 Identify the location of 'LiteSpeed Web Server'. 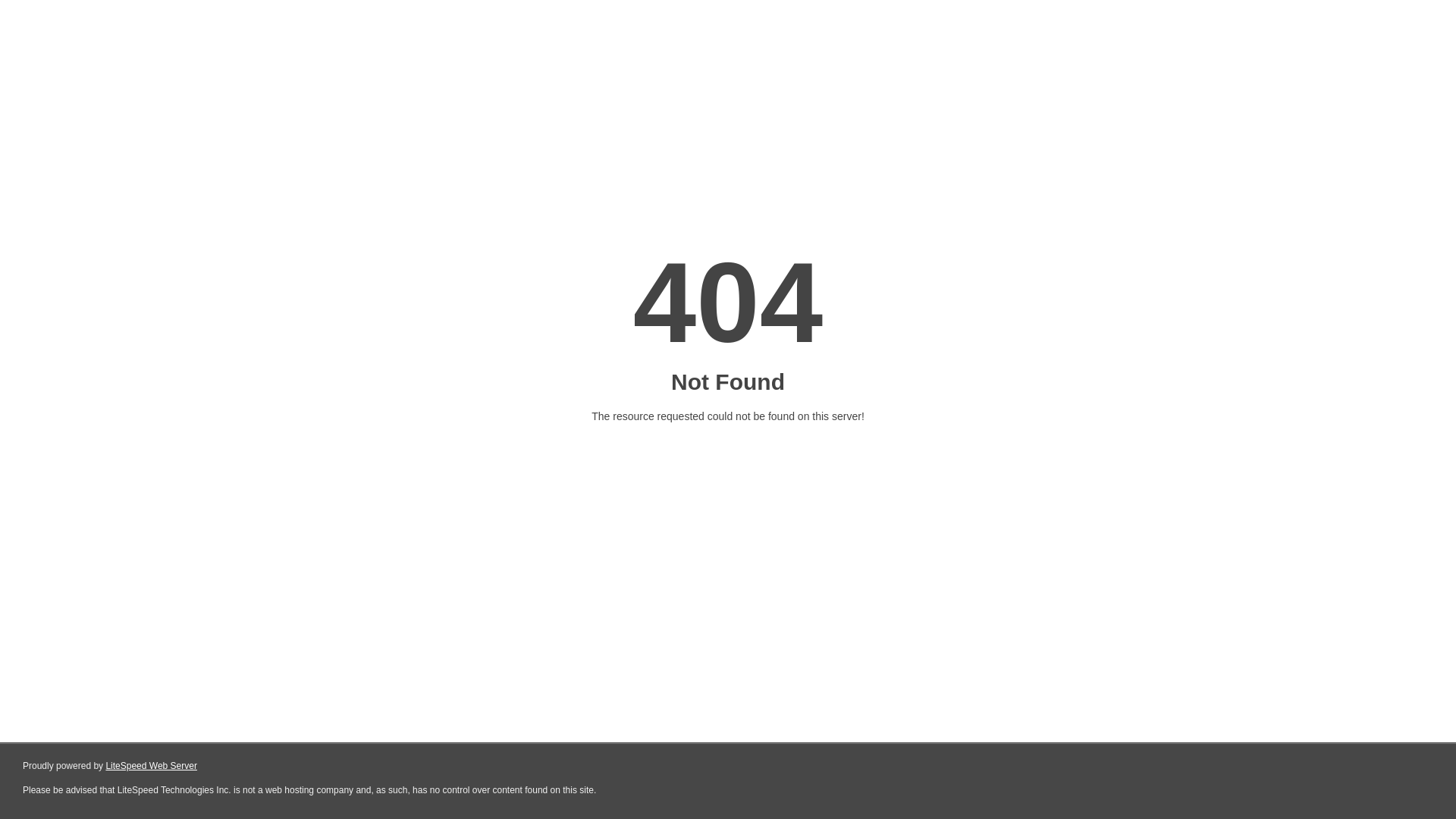
(151, 766).